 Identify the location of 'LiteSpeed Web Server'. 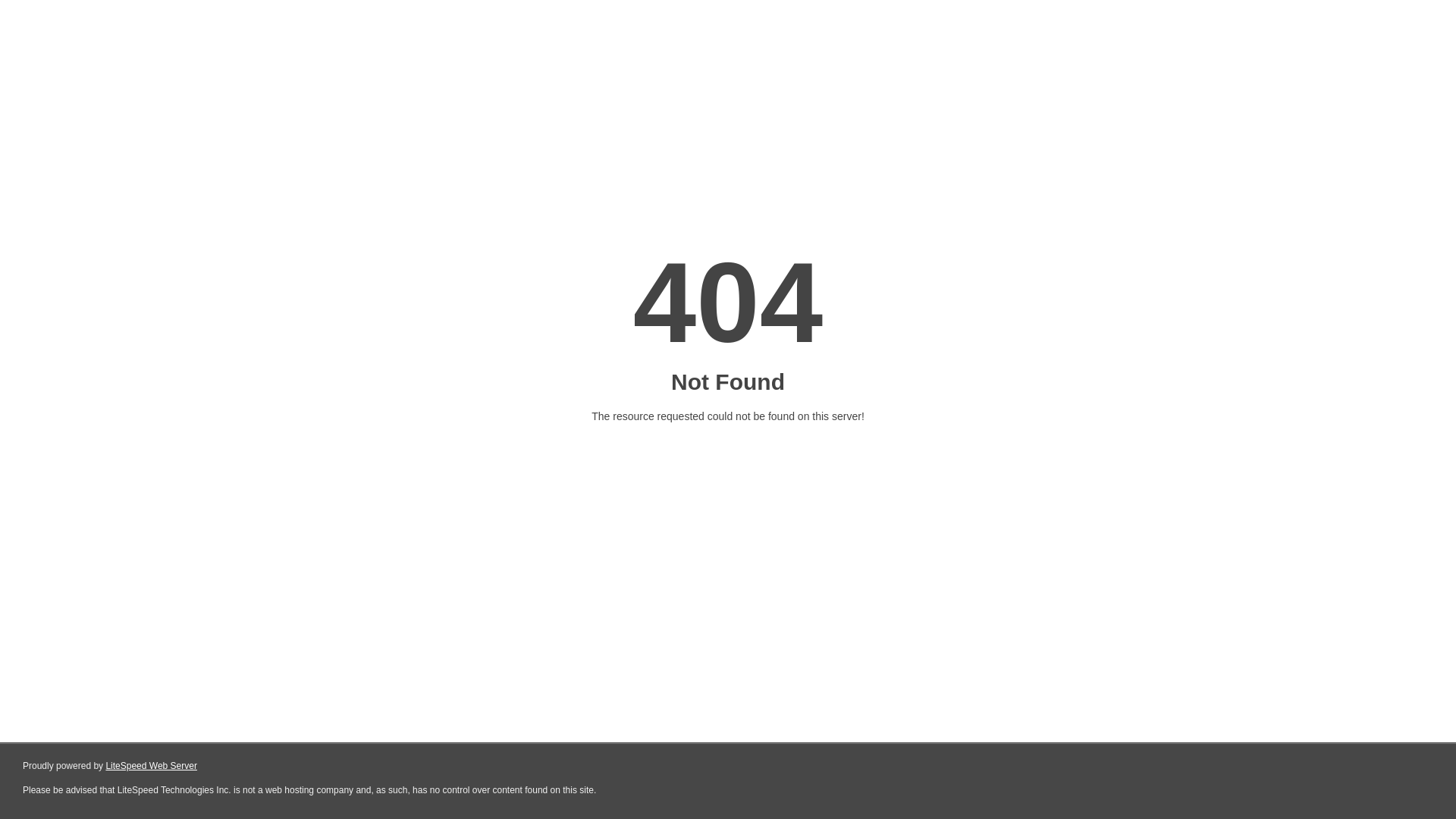
(151, 766).